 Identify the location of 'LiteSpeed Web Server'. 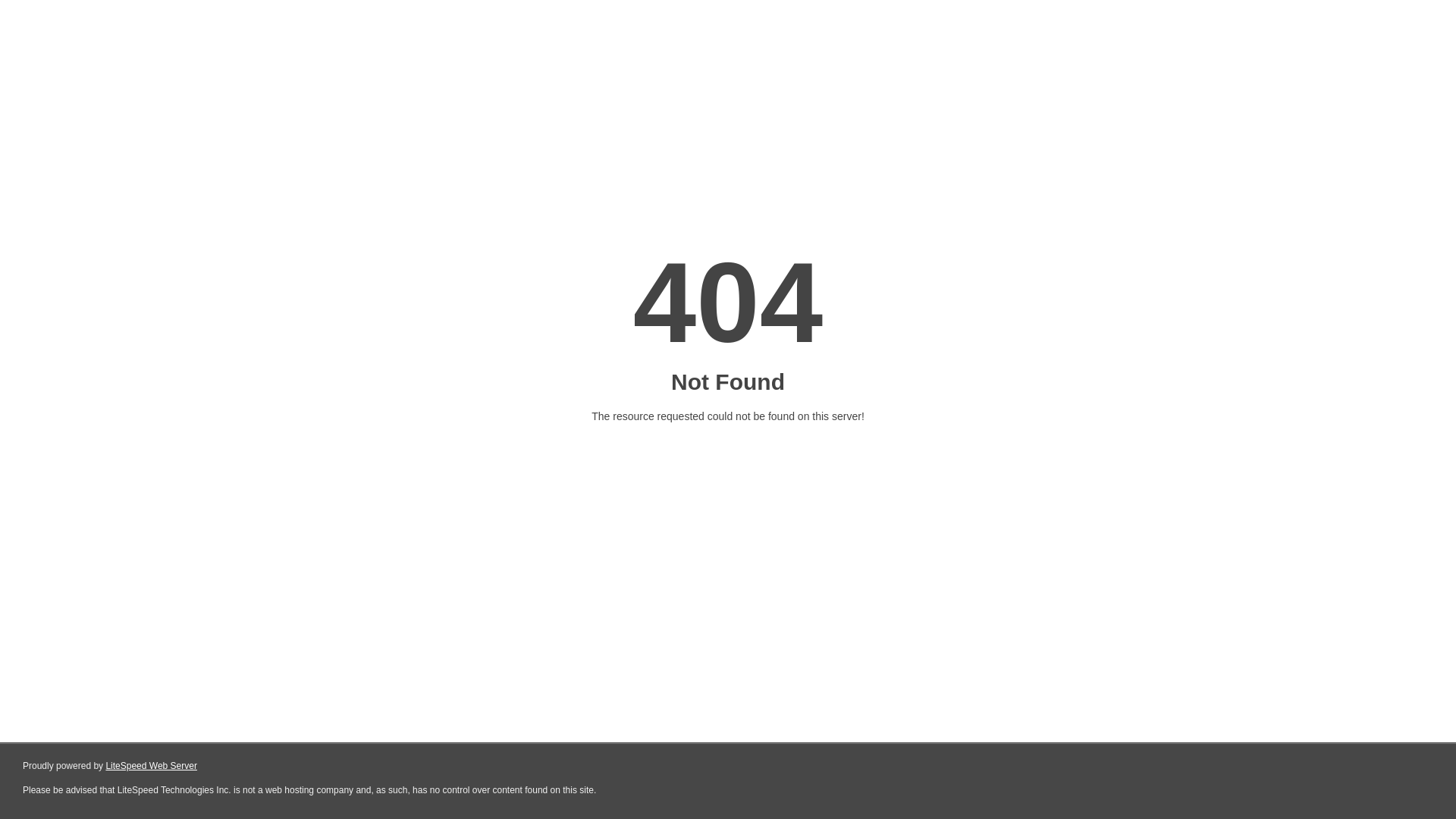
(151, 766).